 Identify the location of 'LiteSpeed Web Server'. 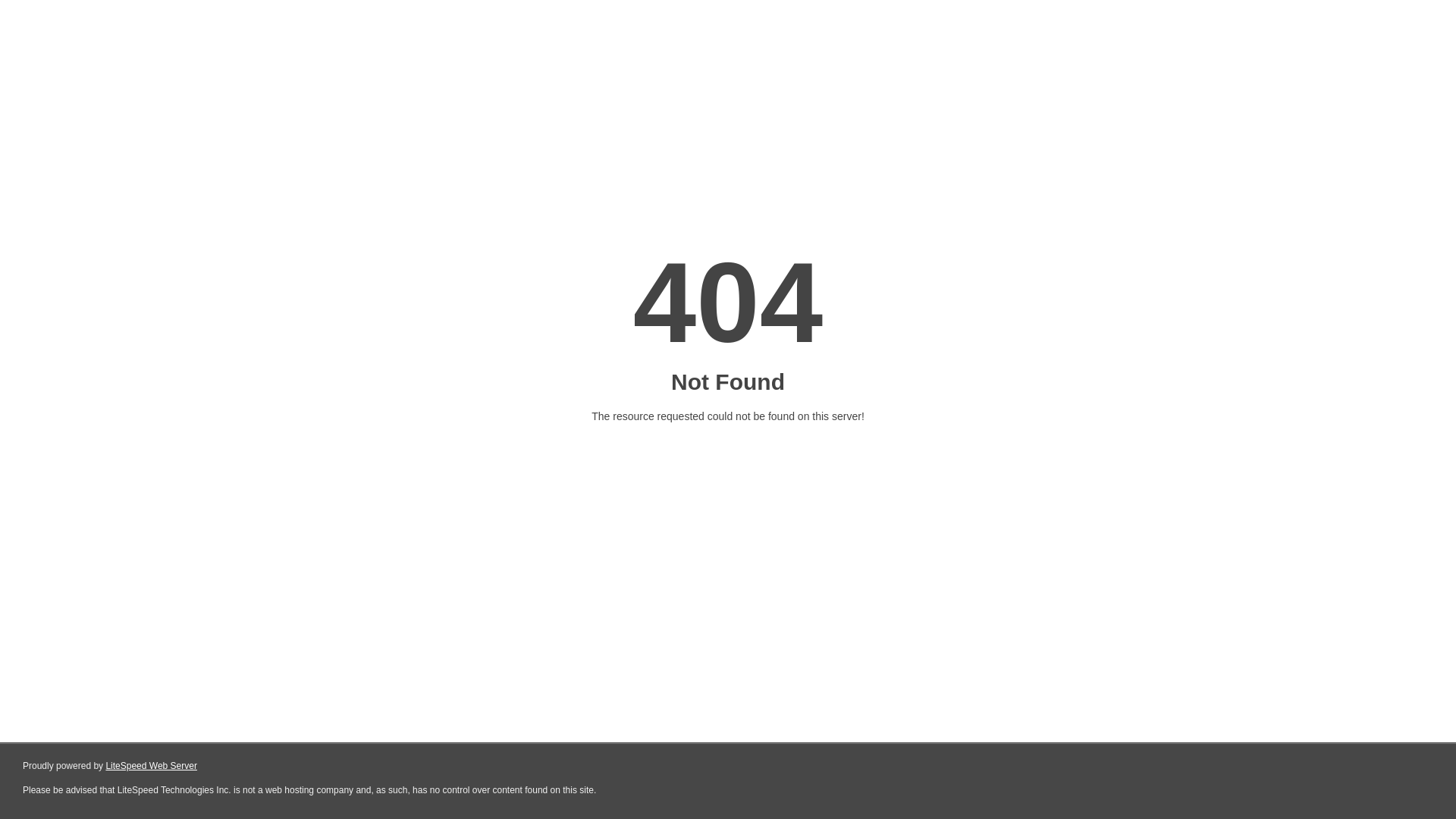
(151, 766).